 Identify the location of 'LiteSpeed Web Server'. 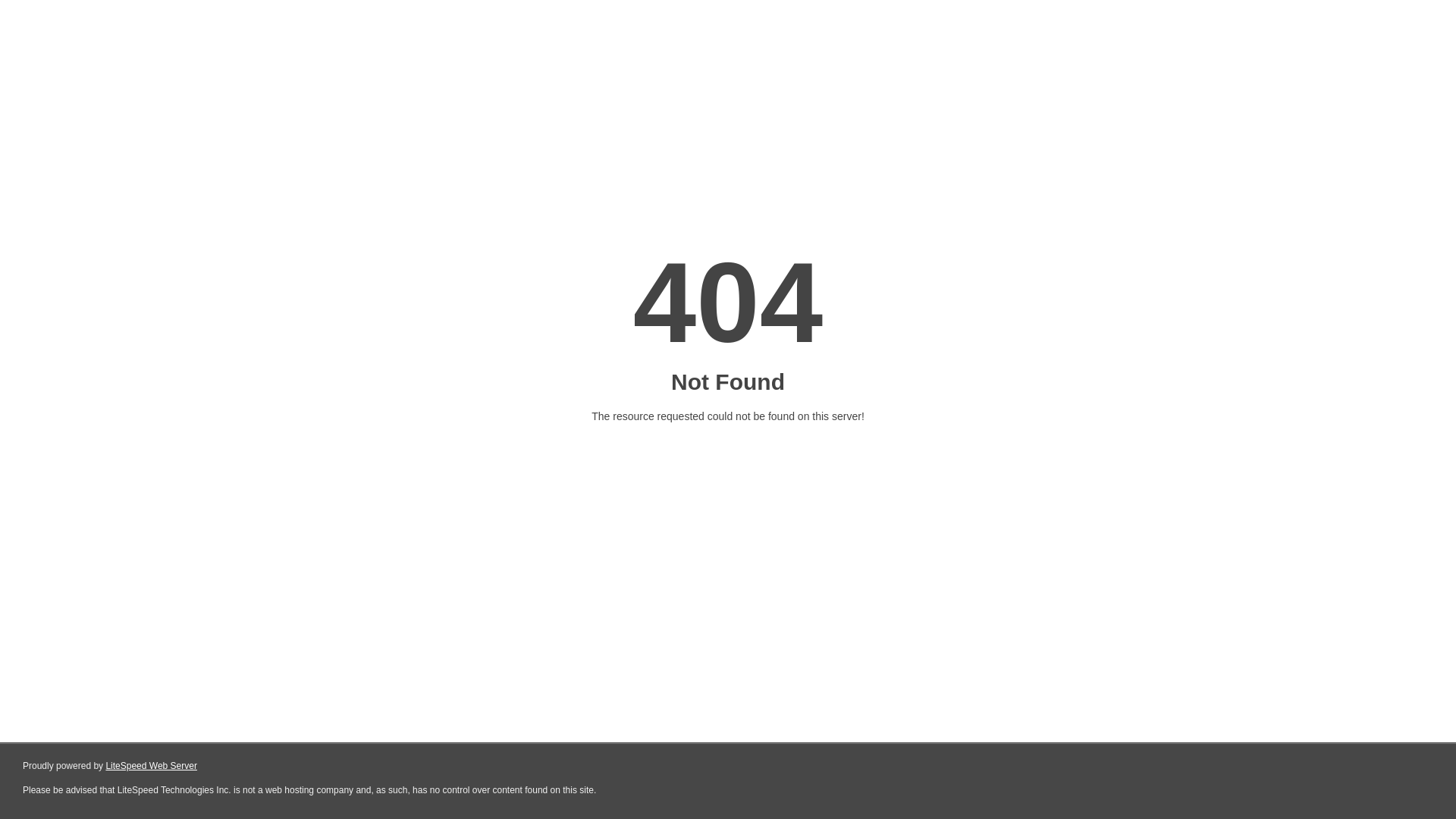
(151, 766).